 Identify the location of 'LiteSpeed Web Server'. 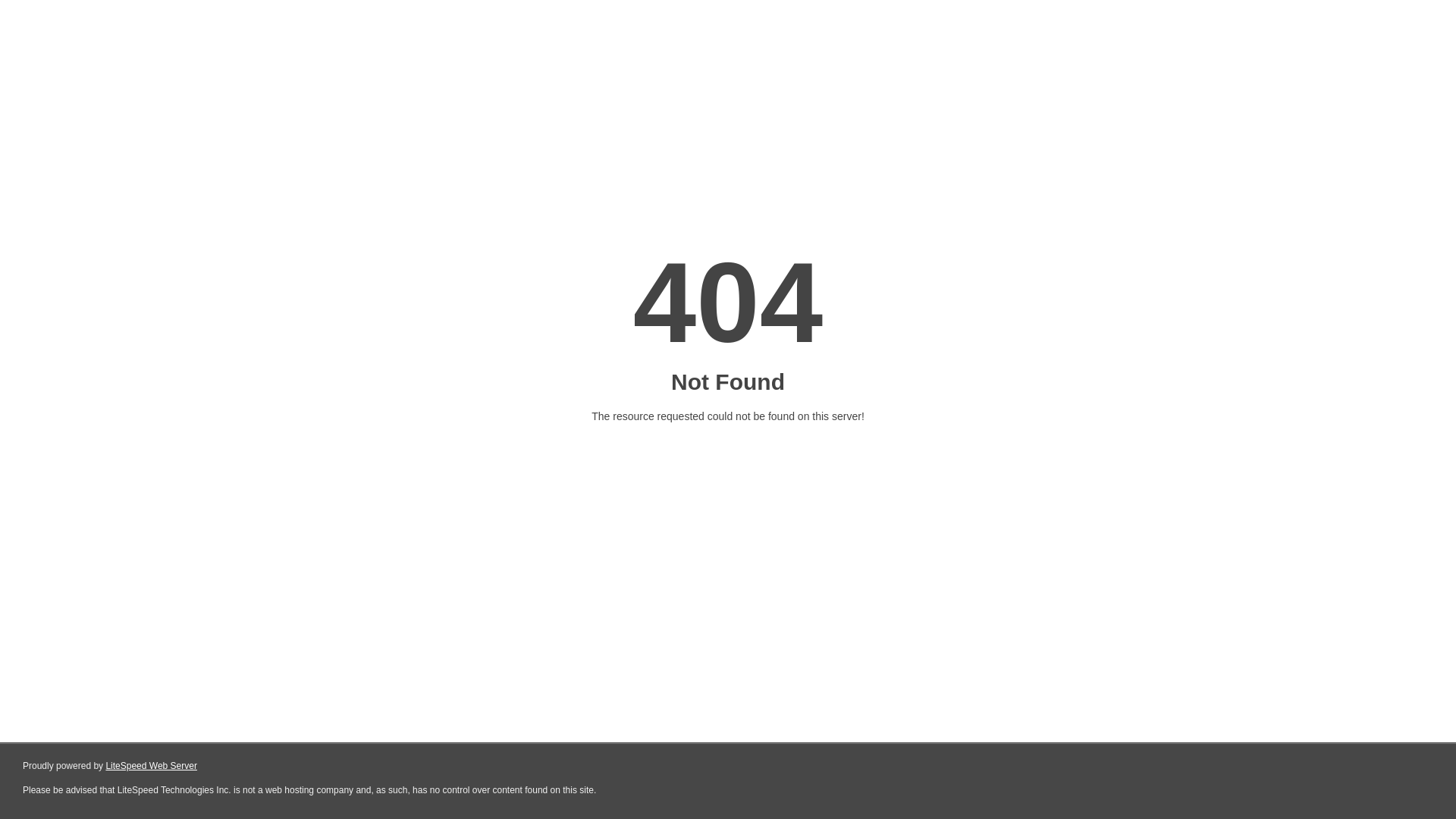
(151, 766).